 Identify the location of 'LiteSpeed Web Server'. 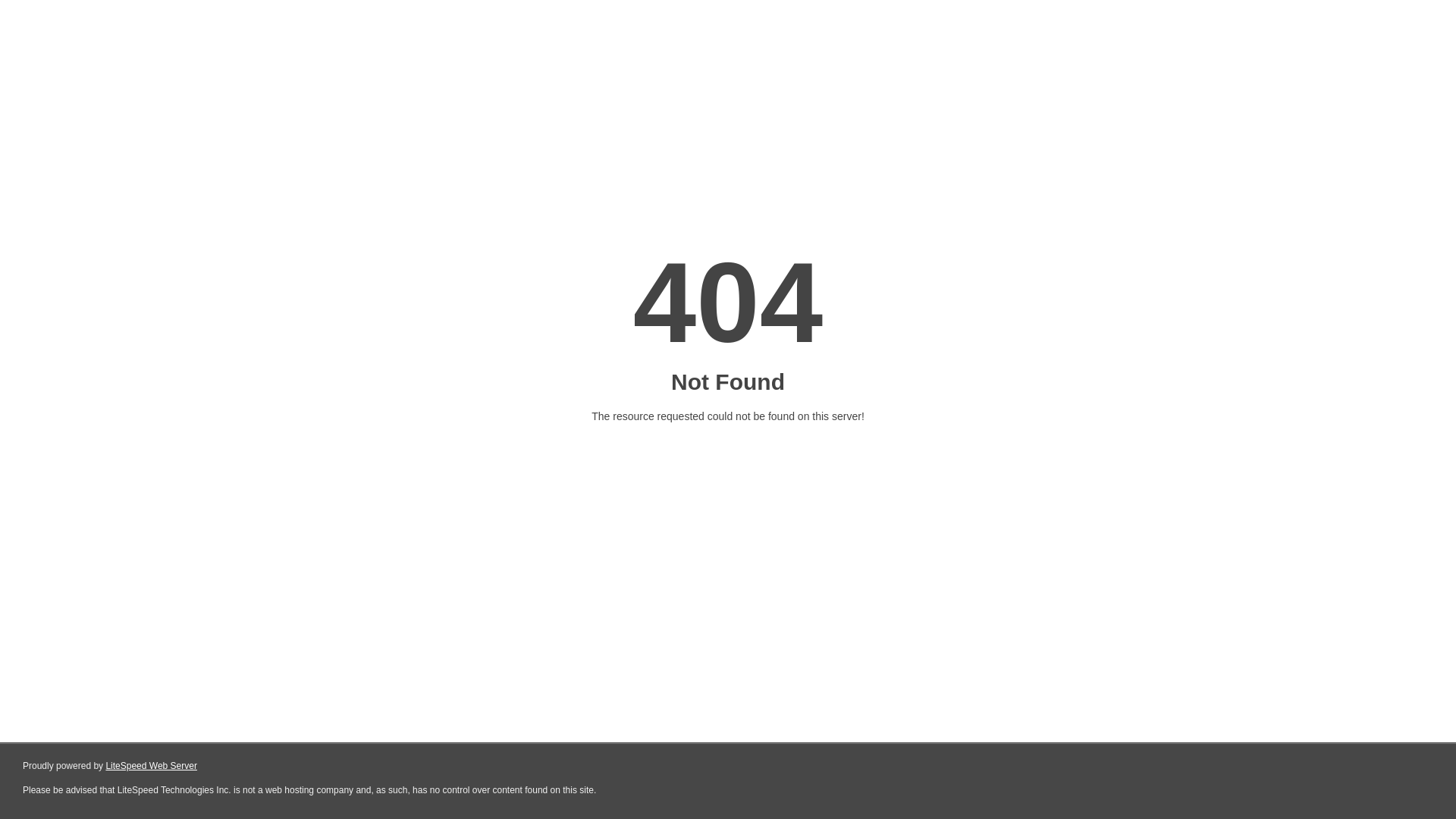
(151, 766).